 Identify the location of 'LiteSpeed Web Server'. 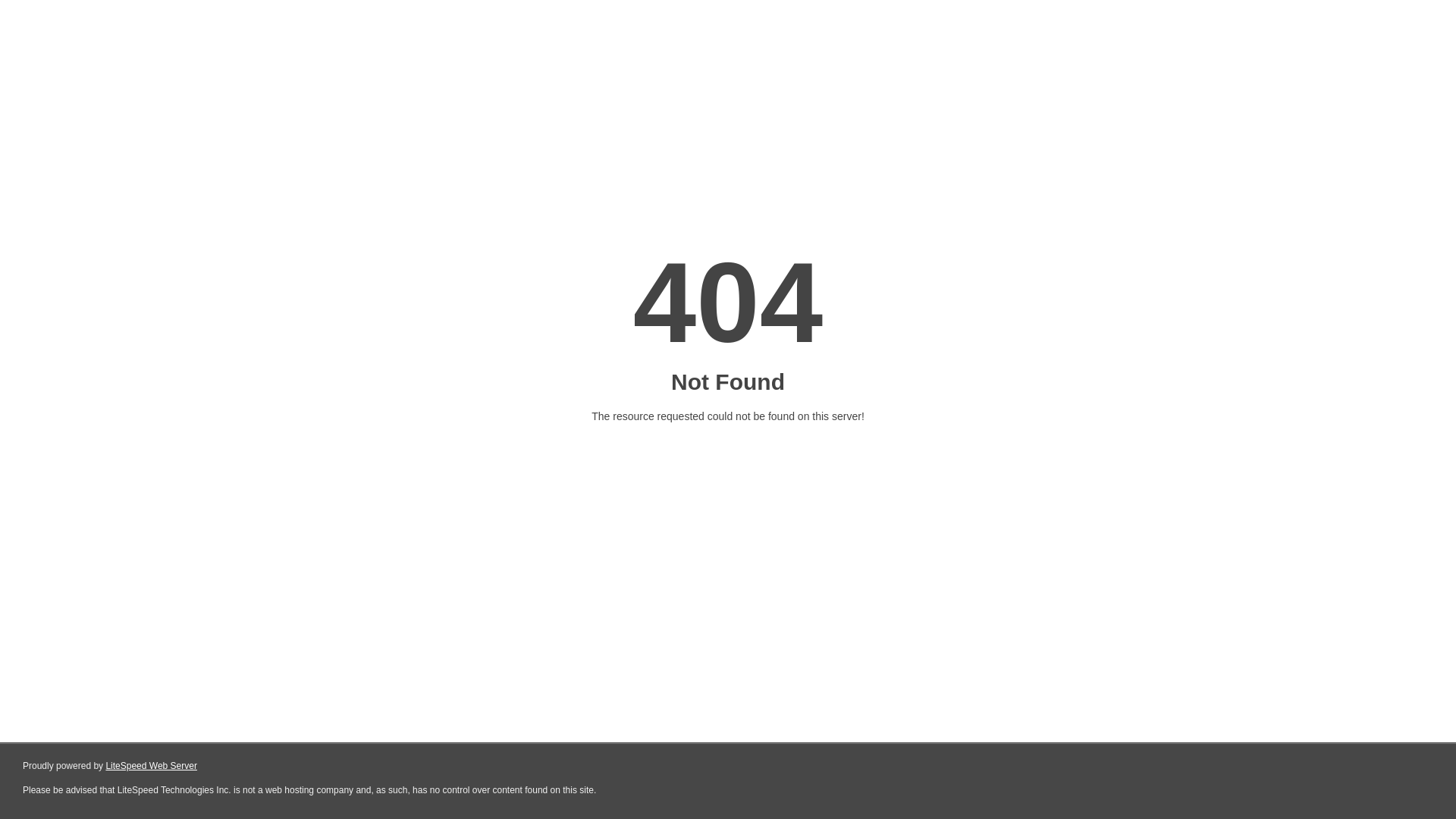
(151, 766).